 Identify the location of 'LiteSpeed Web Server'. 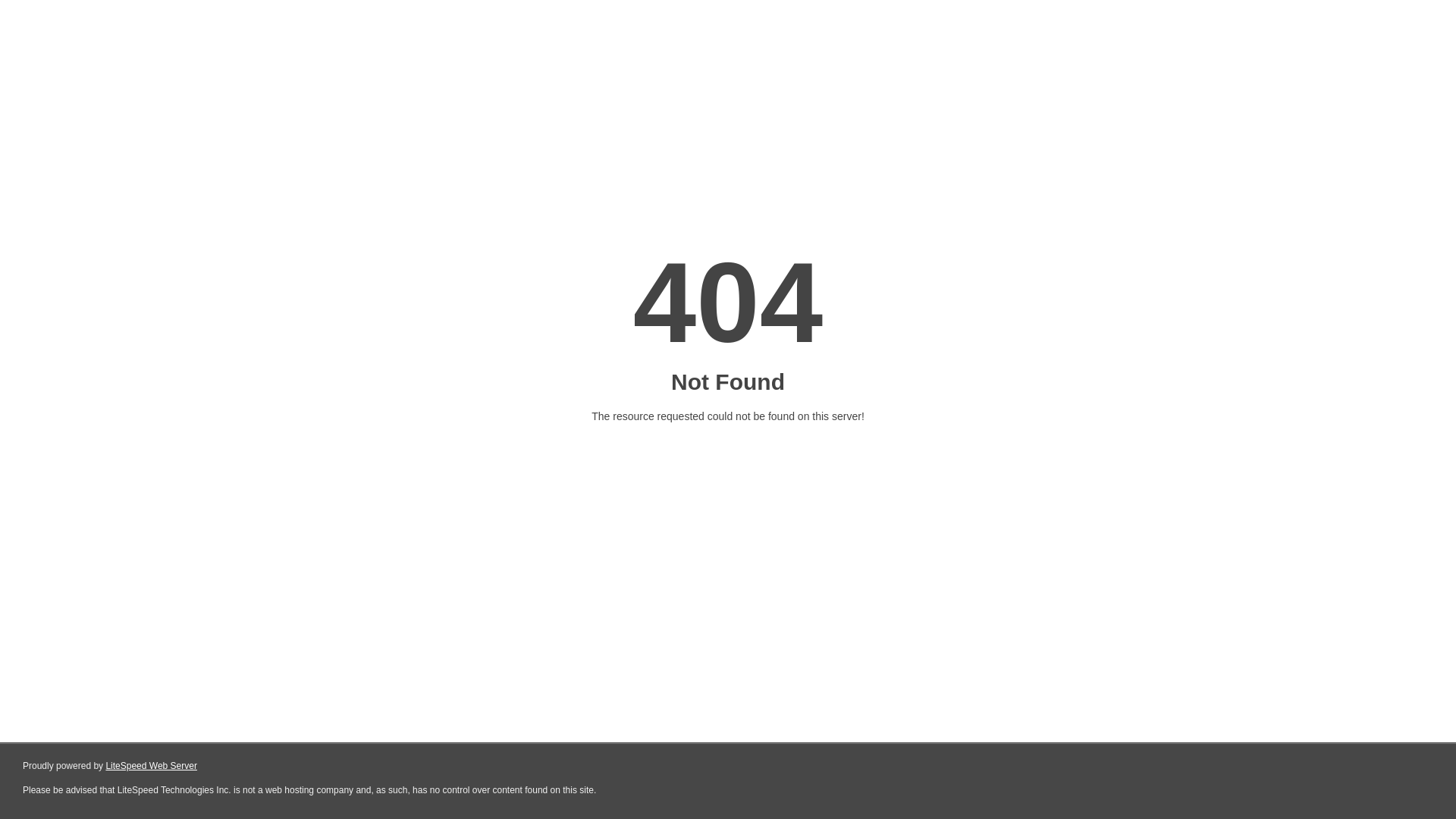
(151, 766).